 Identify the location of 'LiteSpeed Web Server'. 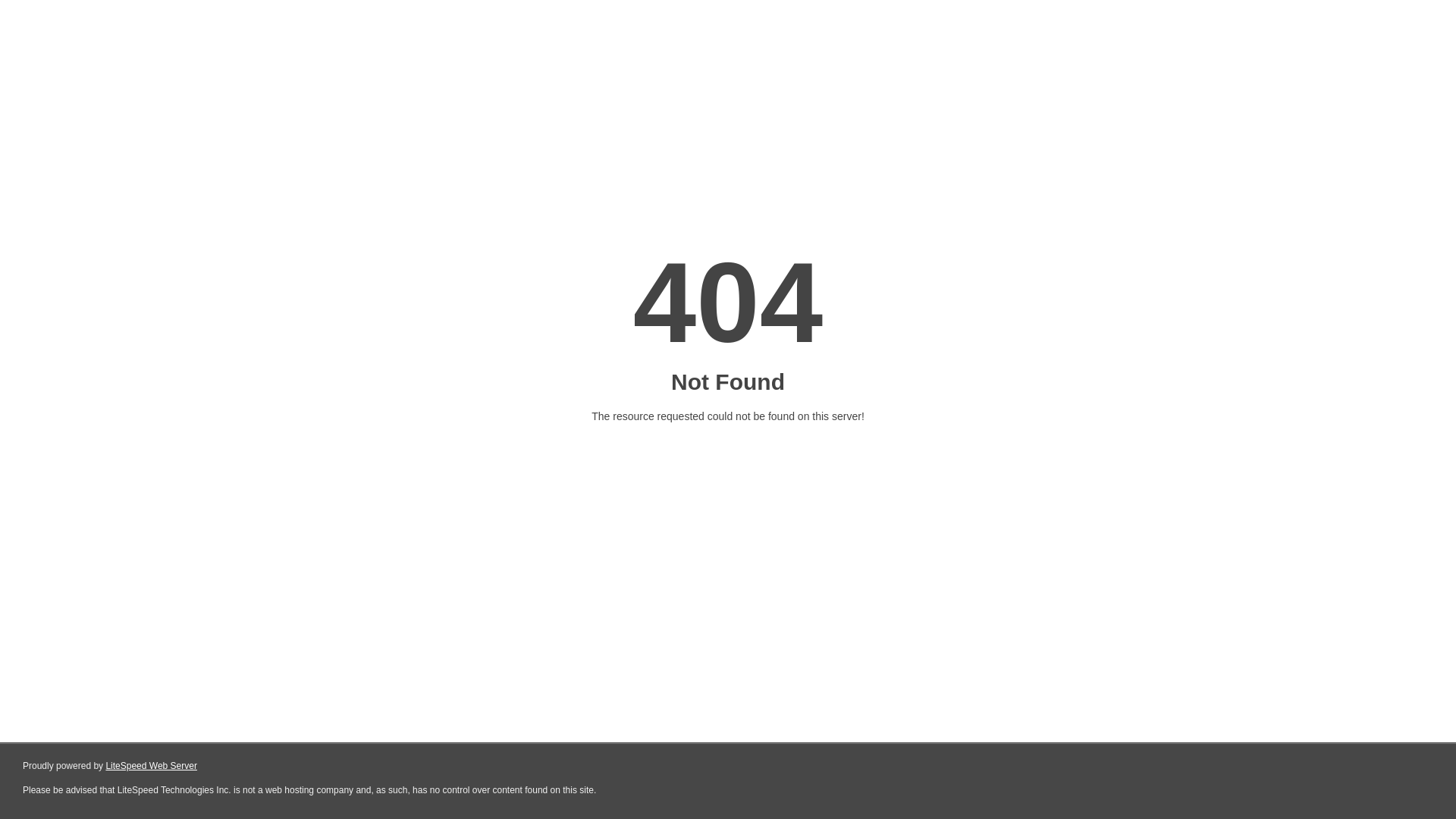
(151, 766).